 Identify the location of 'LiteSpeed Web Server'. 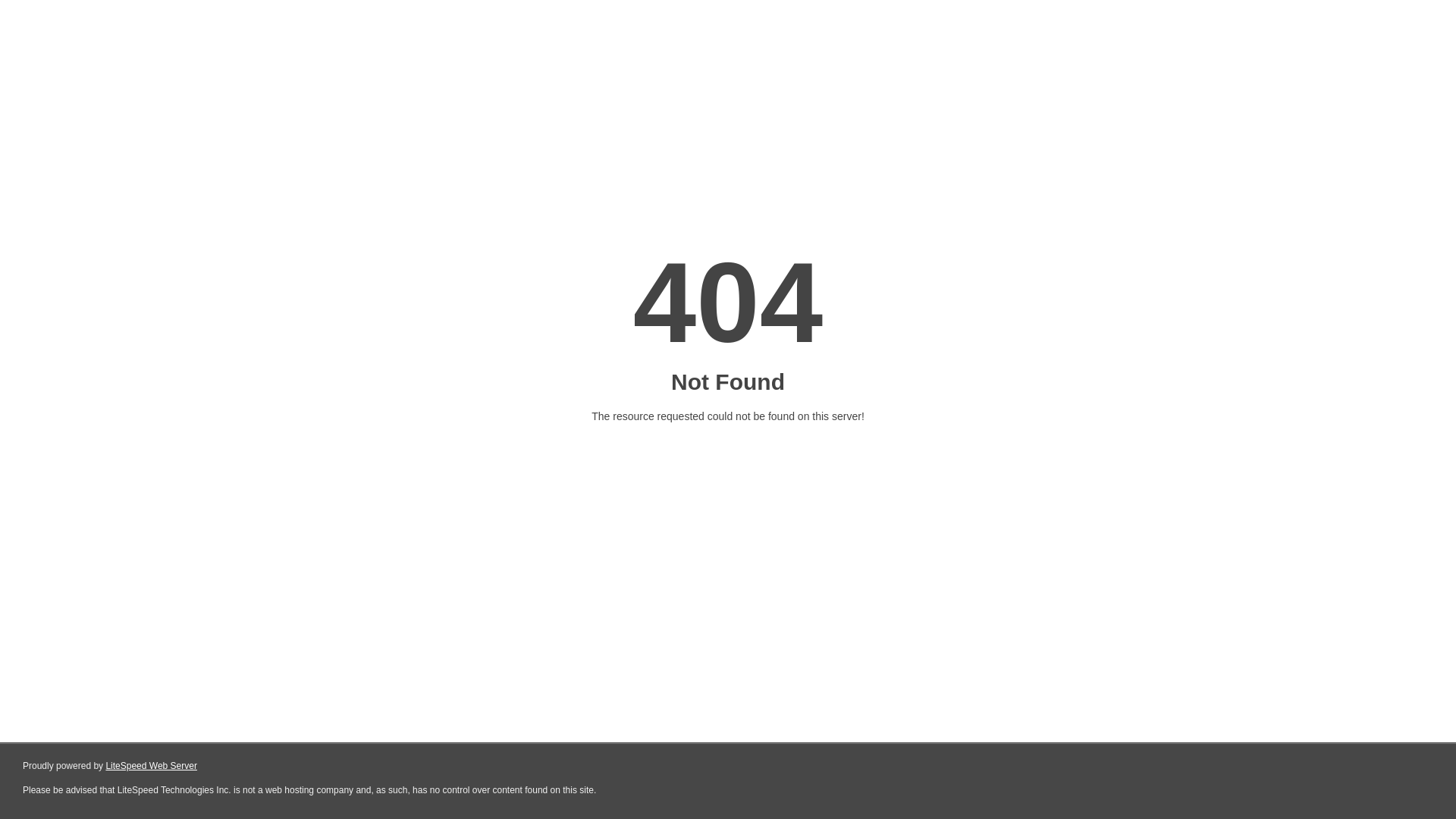
(151, 766).